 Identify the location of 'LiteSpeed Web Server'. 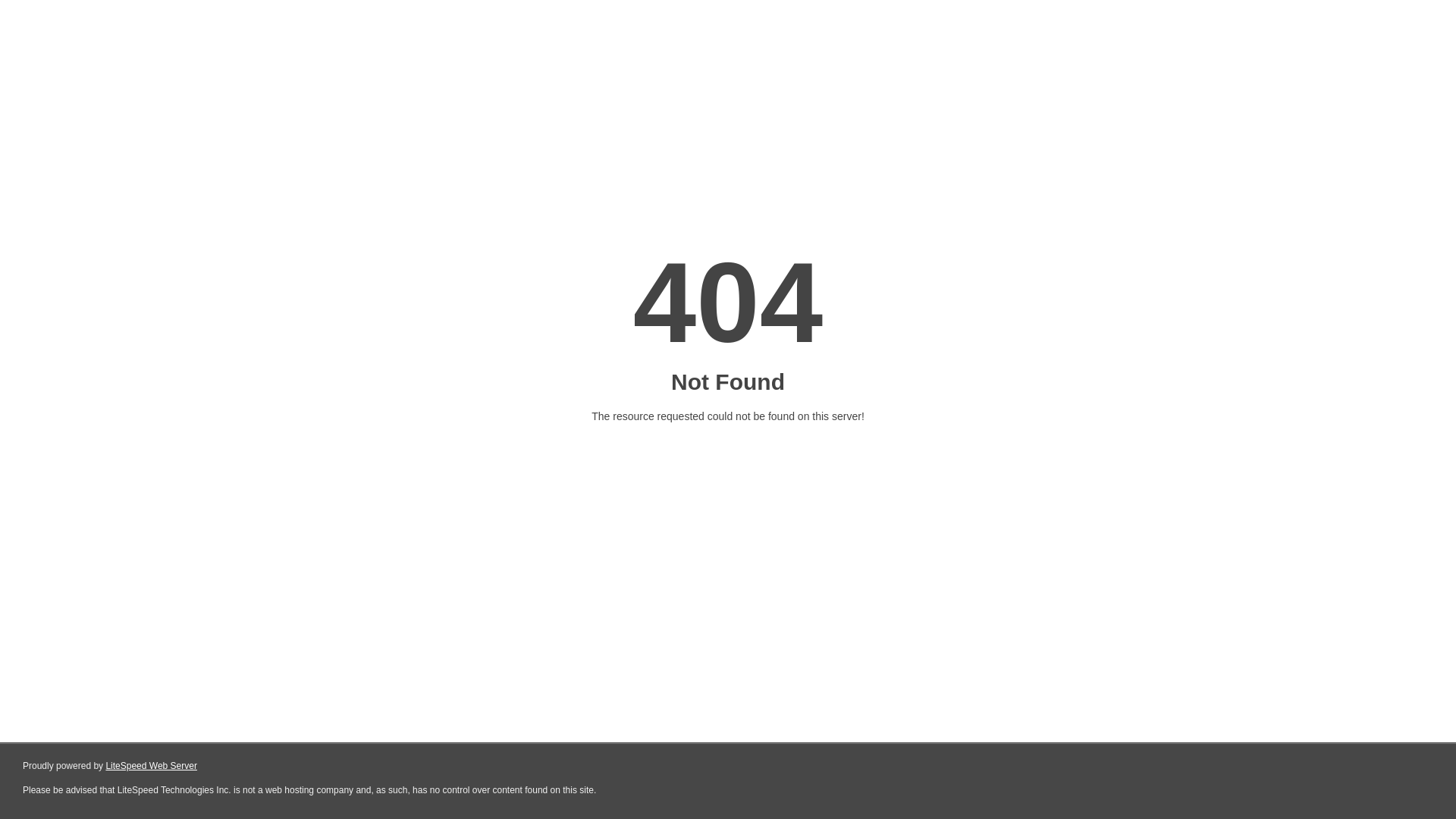
(151, 766).